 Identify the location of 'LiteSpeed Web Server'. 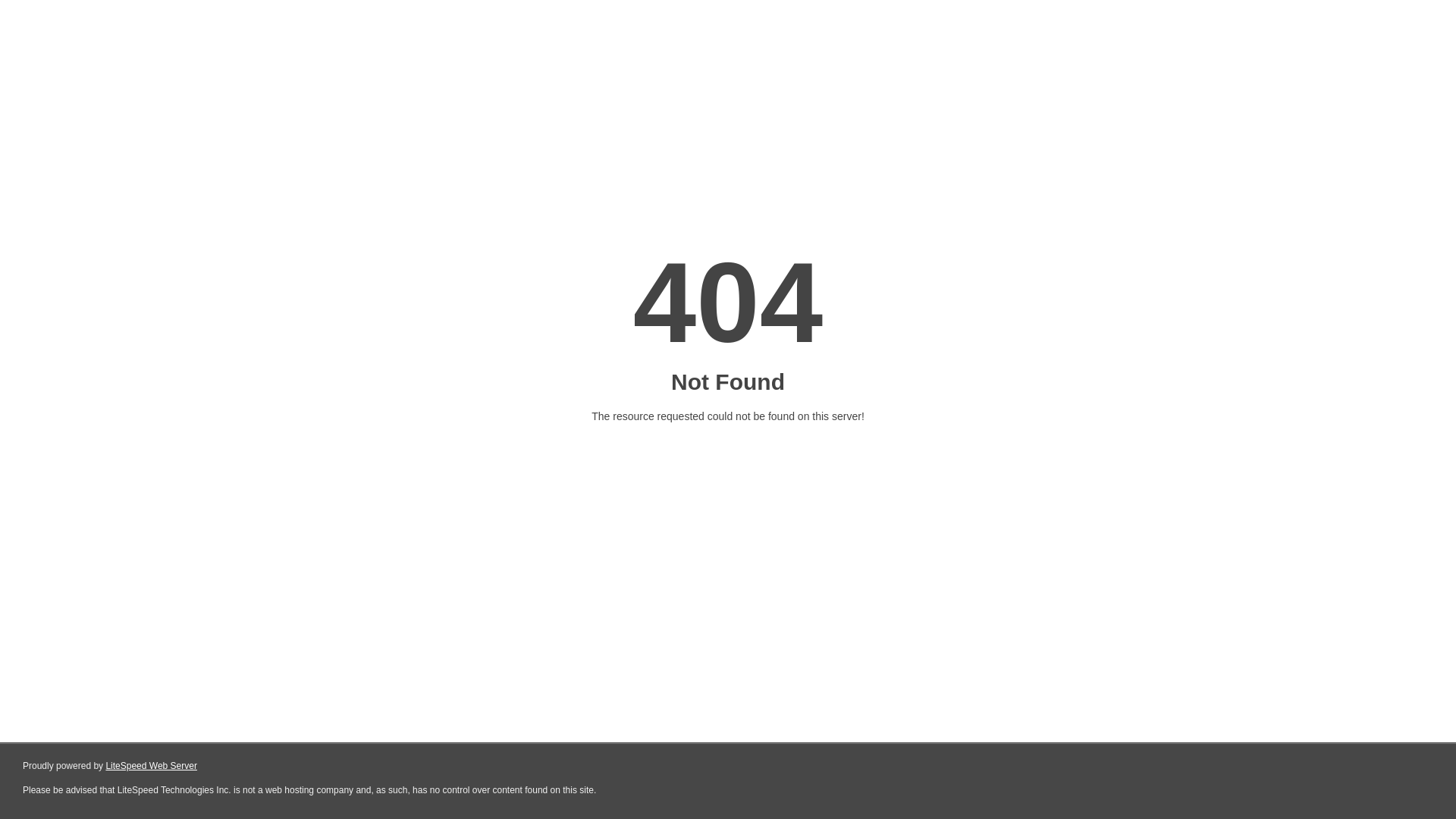
(151, 766).